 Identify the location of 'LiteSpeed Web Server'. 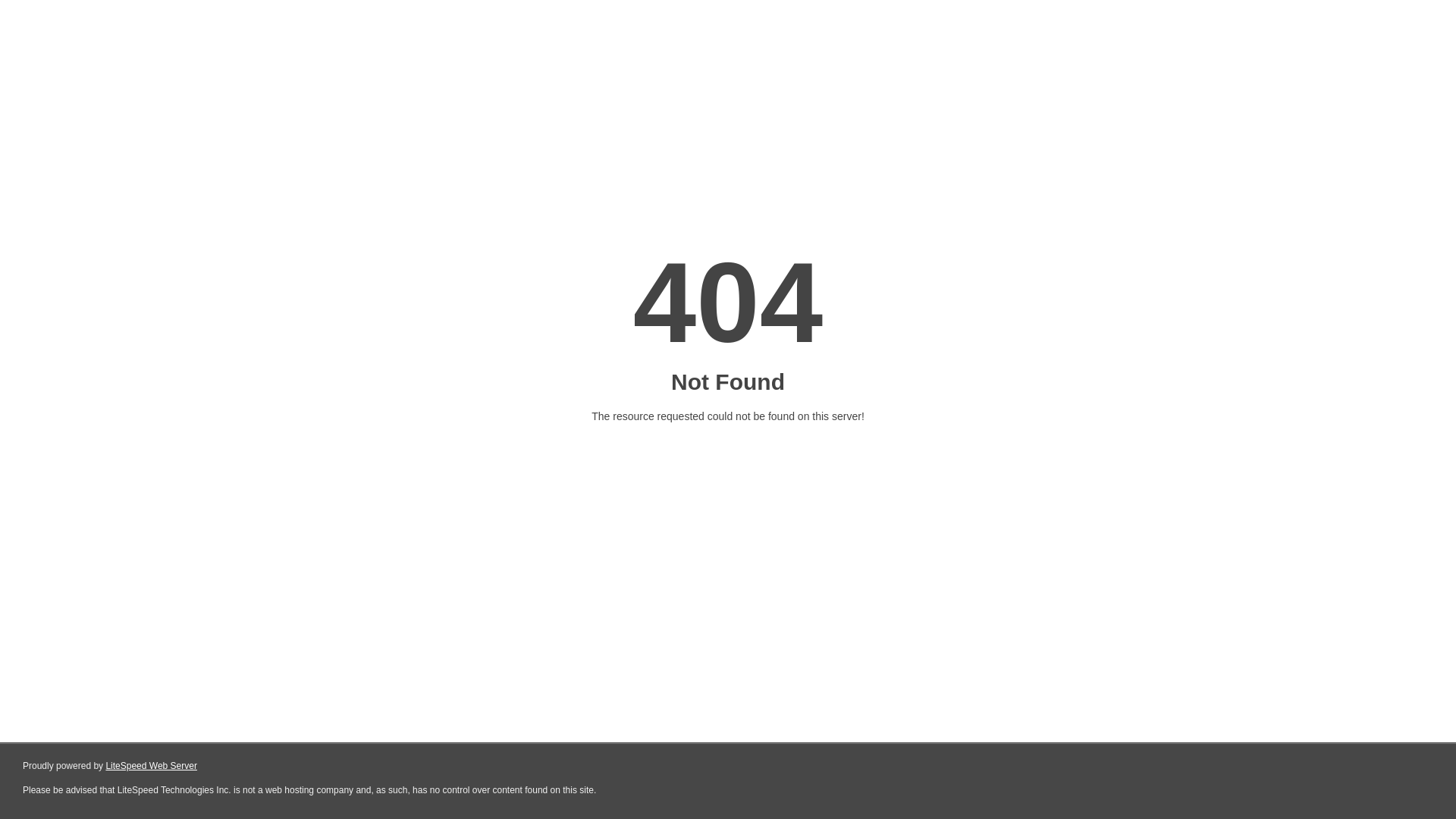
(151, 766).